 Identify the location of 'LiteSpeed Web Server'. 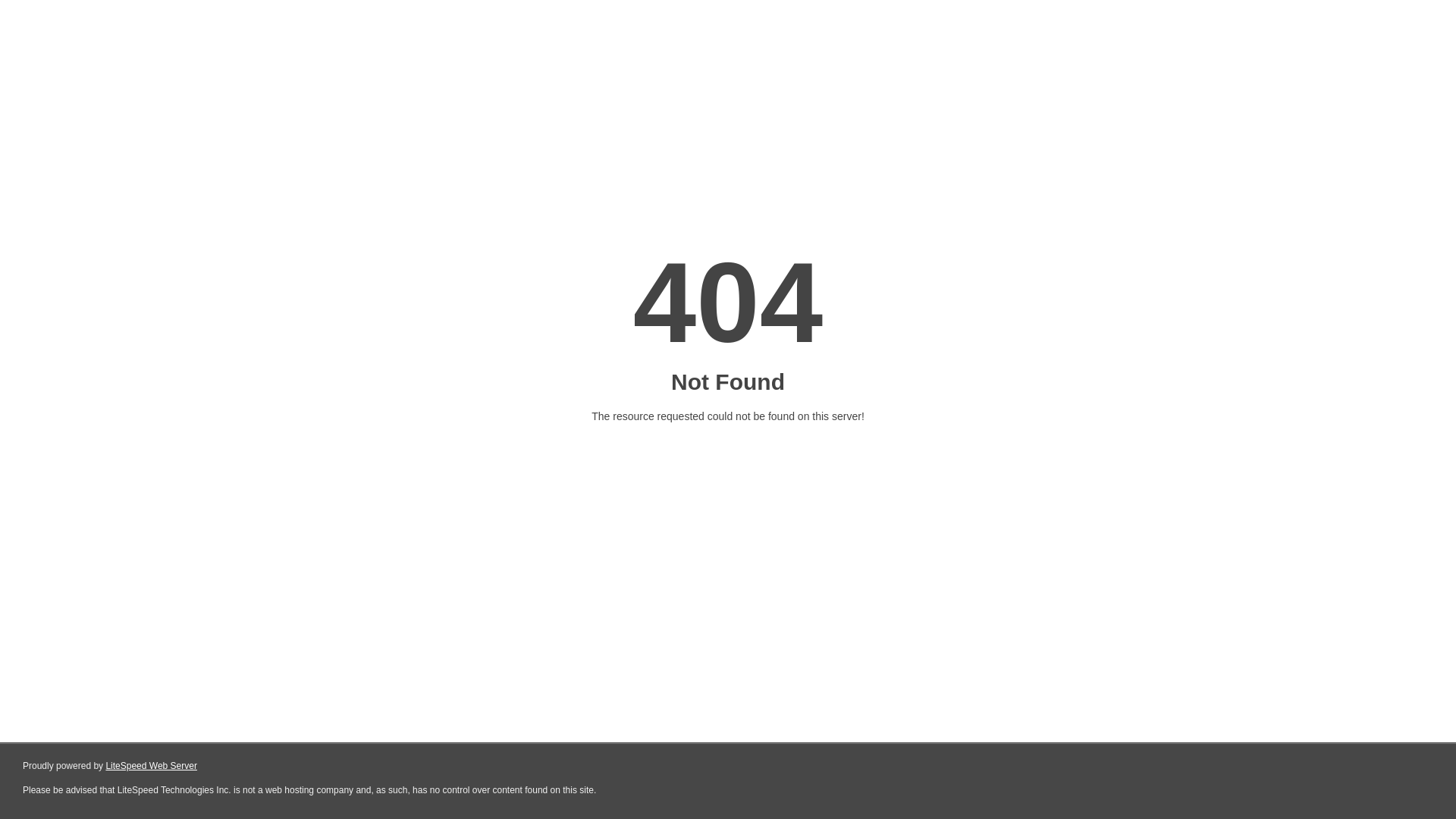
(151, 766).